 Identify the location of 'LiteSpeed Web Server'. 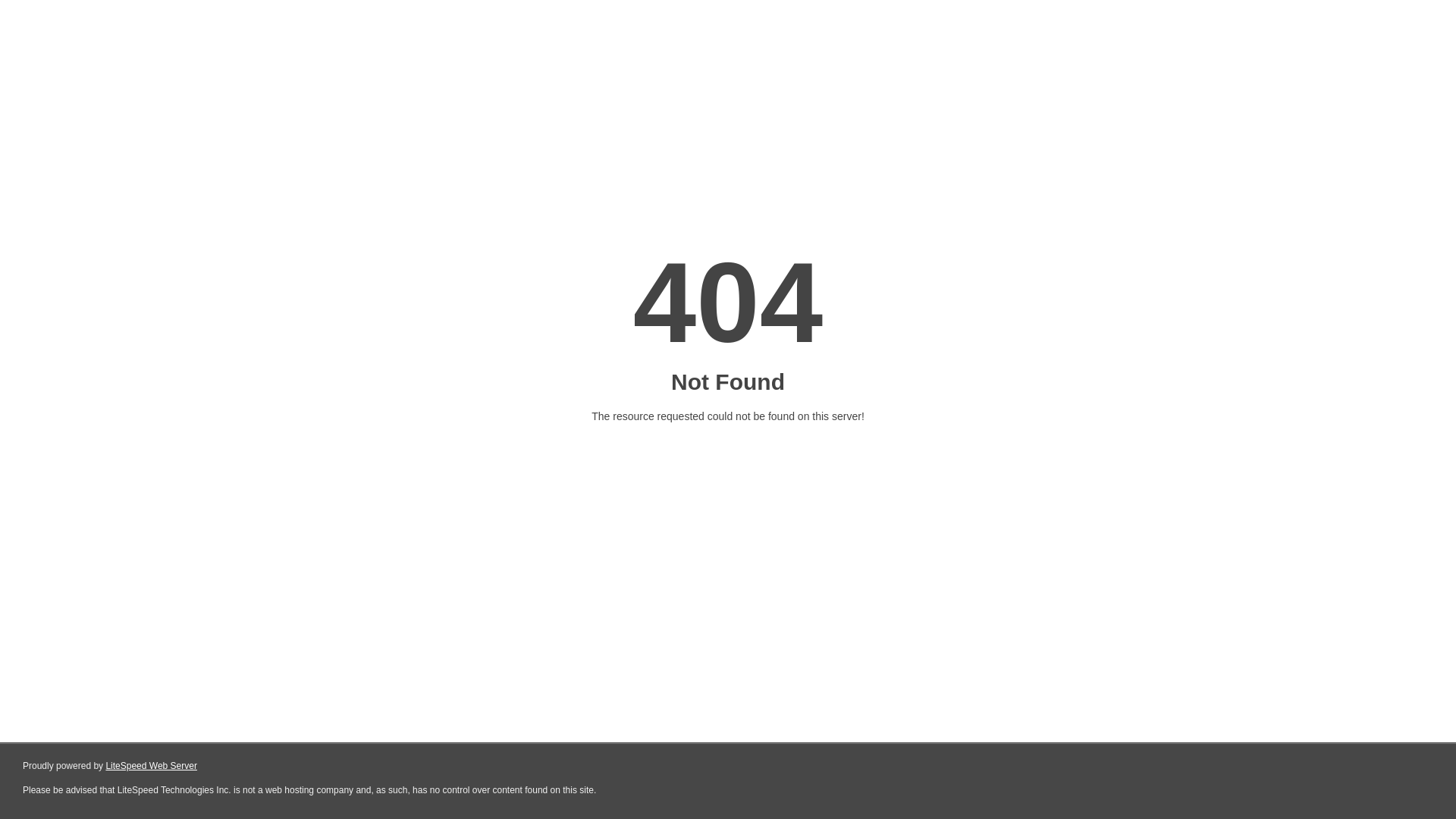
(151, 766).